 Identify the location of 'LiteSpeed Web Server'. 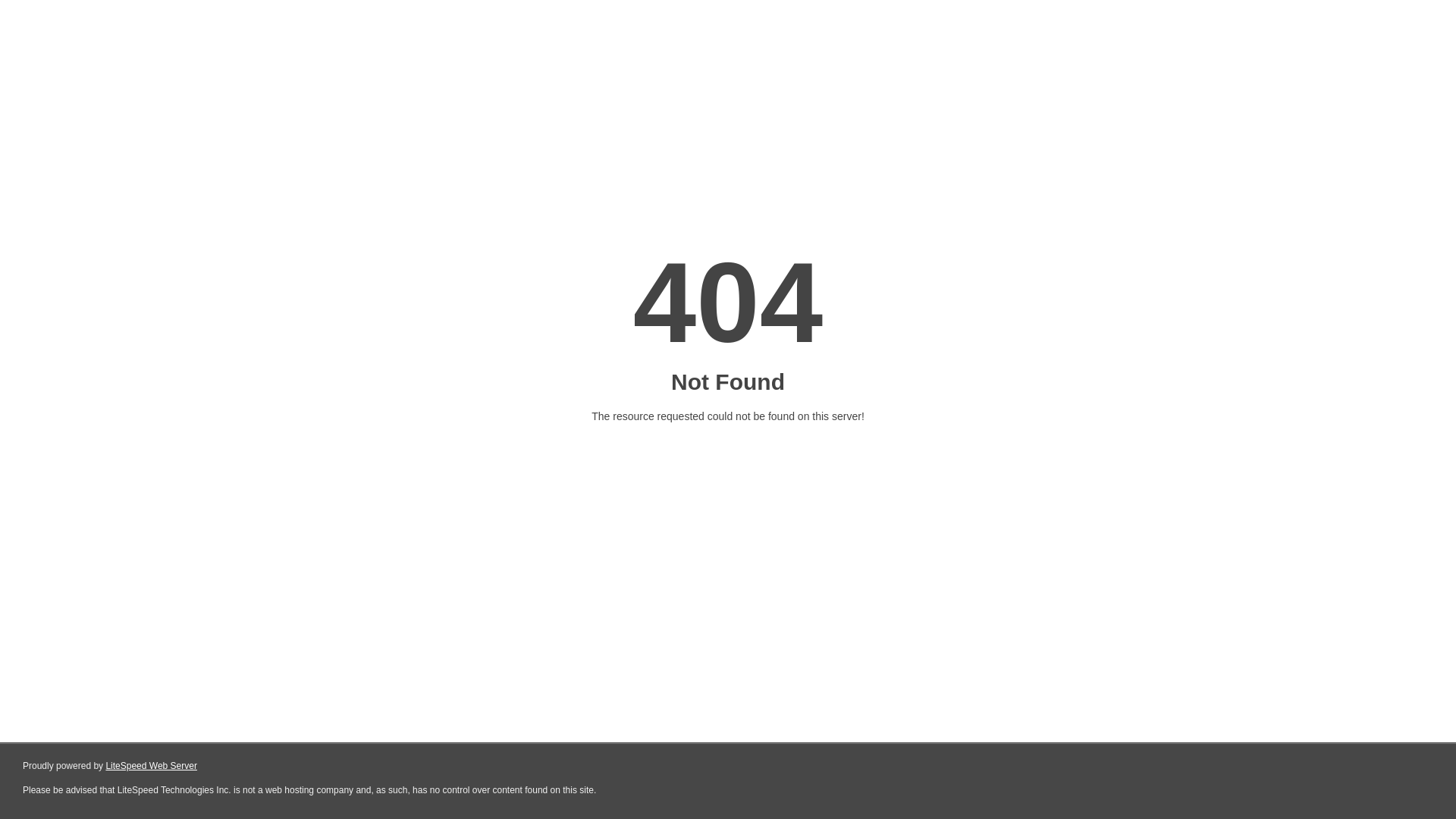
(151, 766).